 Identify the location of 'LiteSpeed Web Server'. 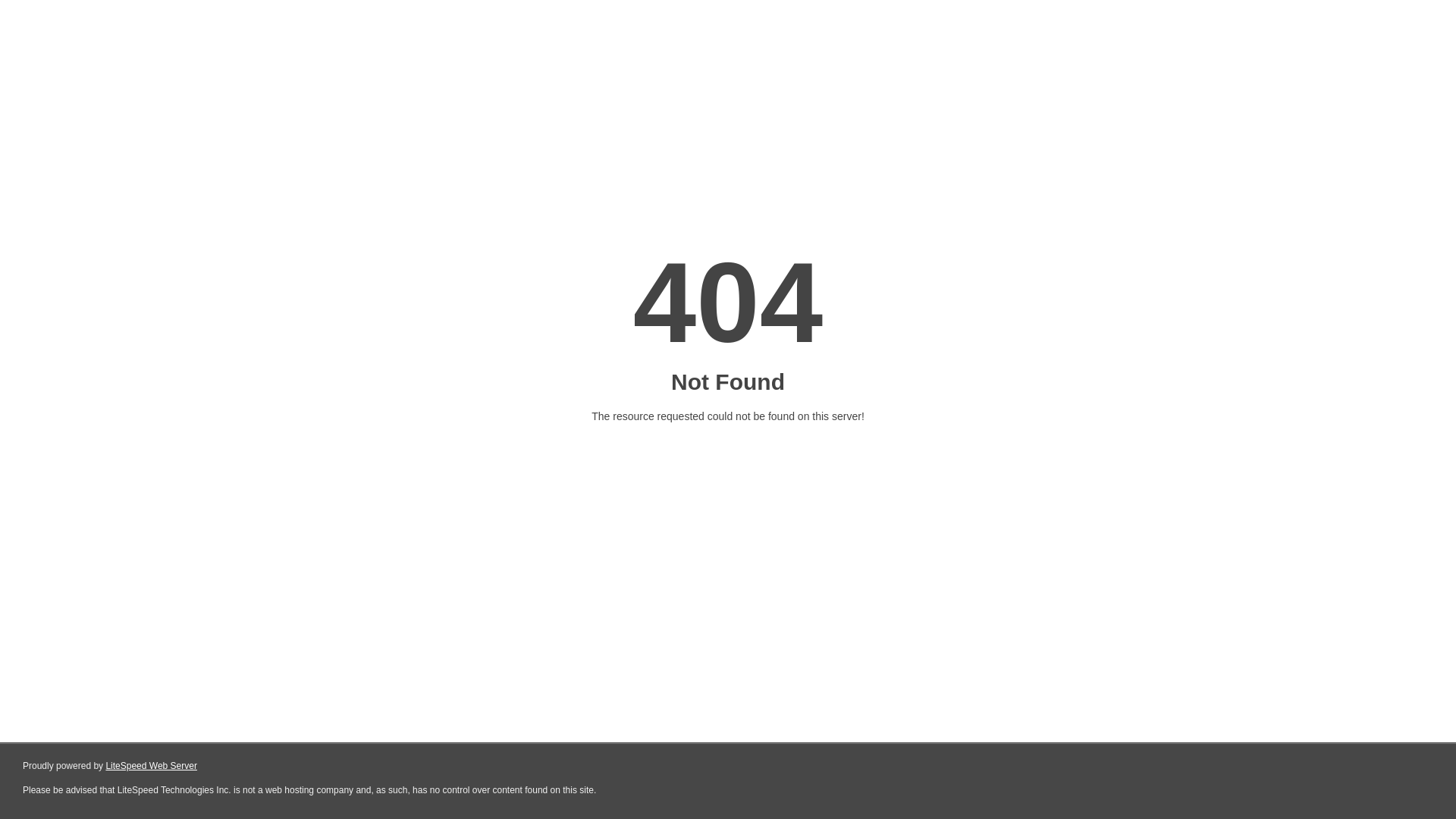
(151, 766).